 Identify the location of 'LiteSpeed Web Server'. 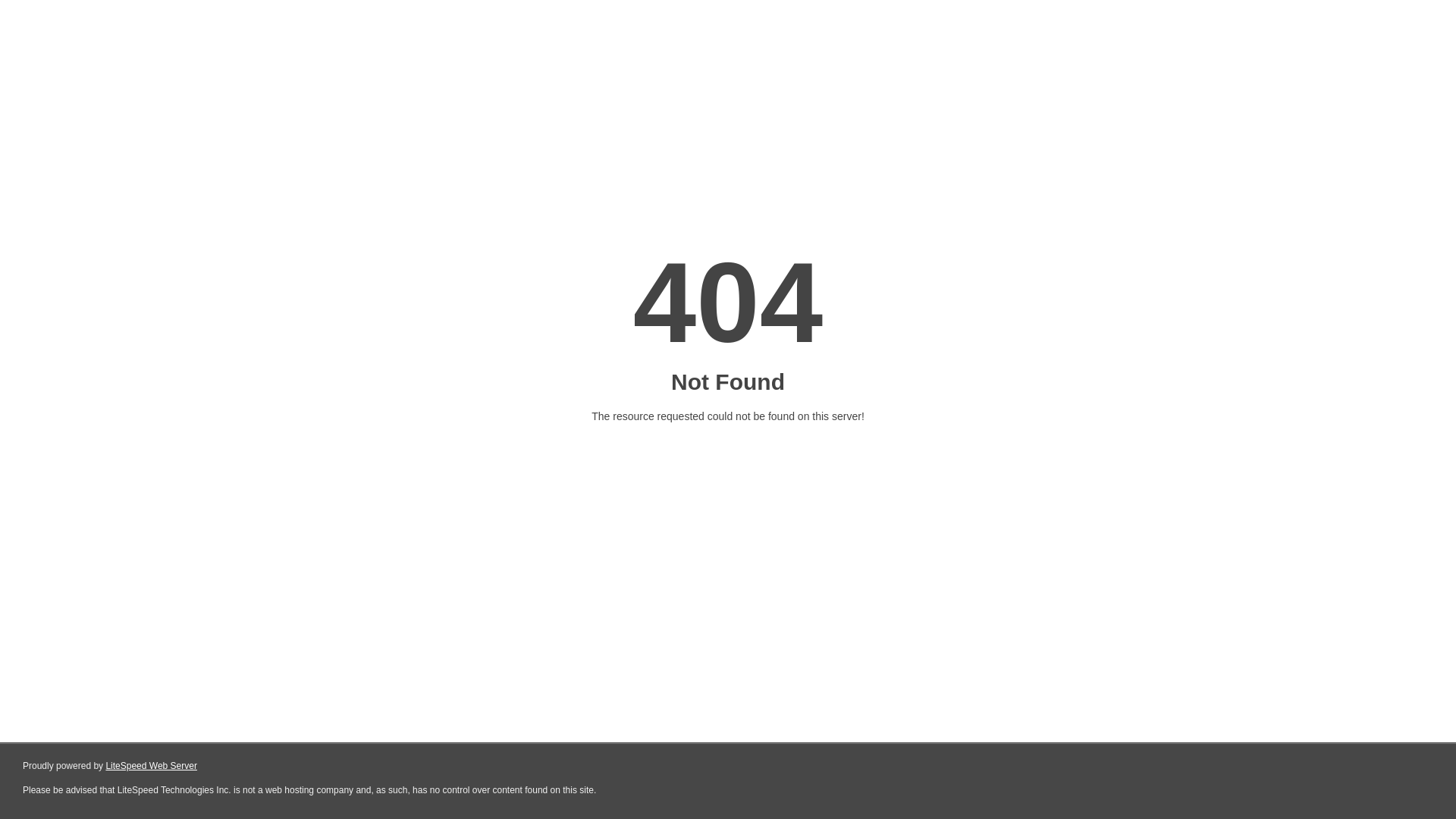
(151, 766).